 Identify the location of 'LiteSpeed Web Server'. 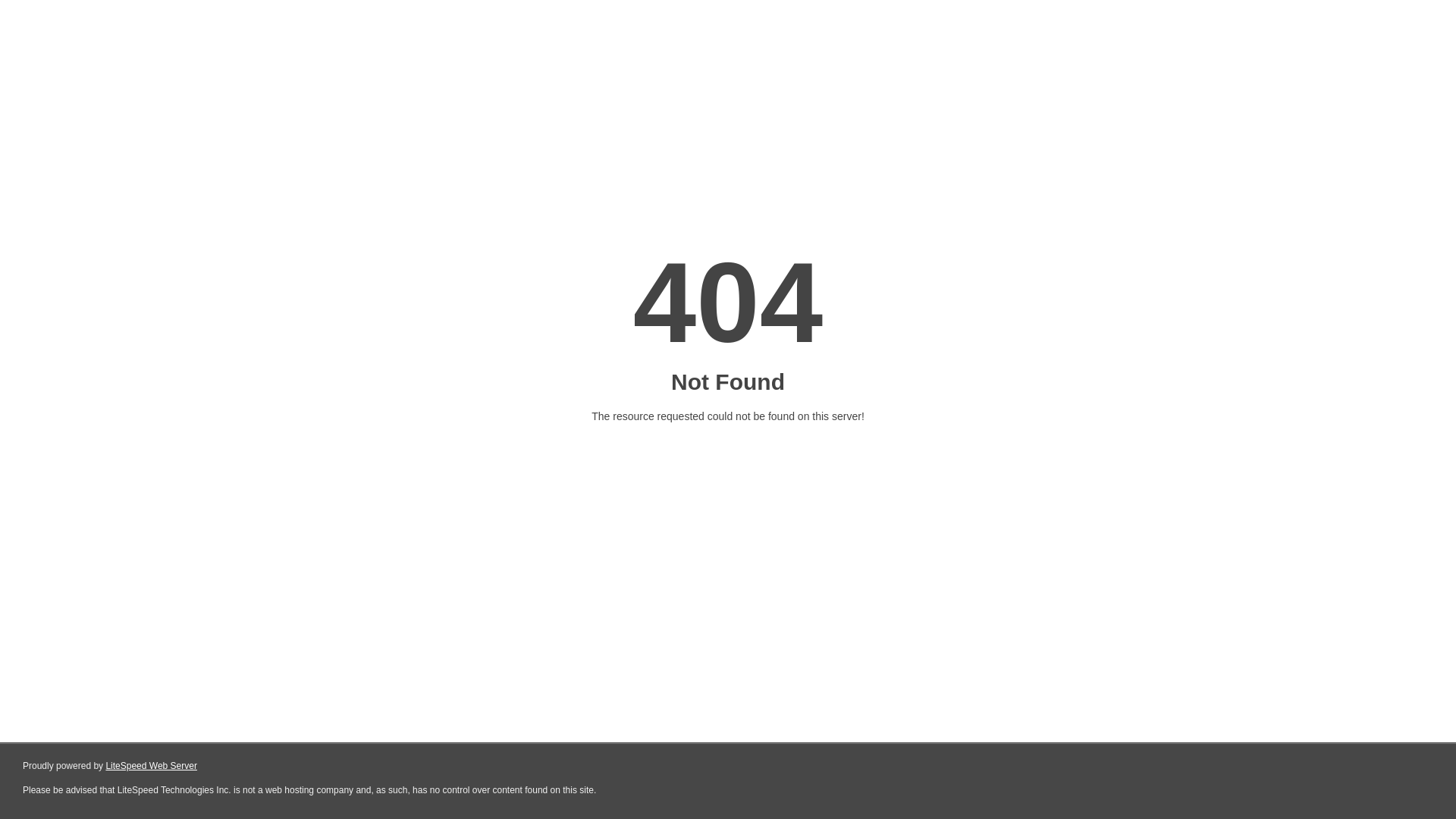
(151, 766).